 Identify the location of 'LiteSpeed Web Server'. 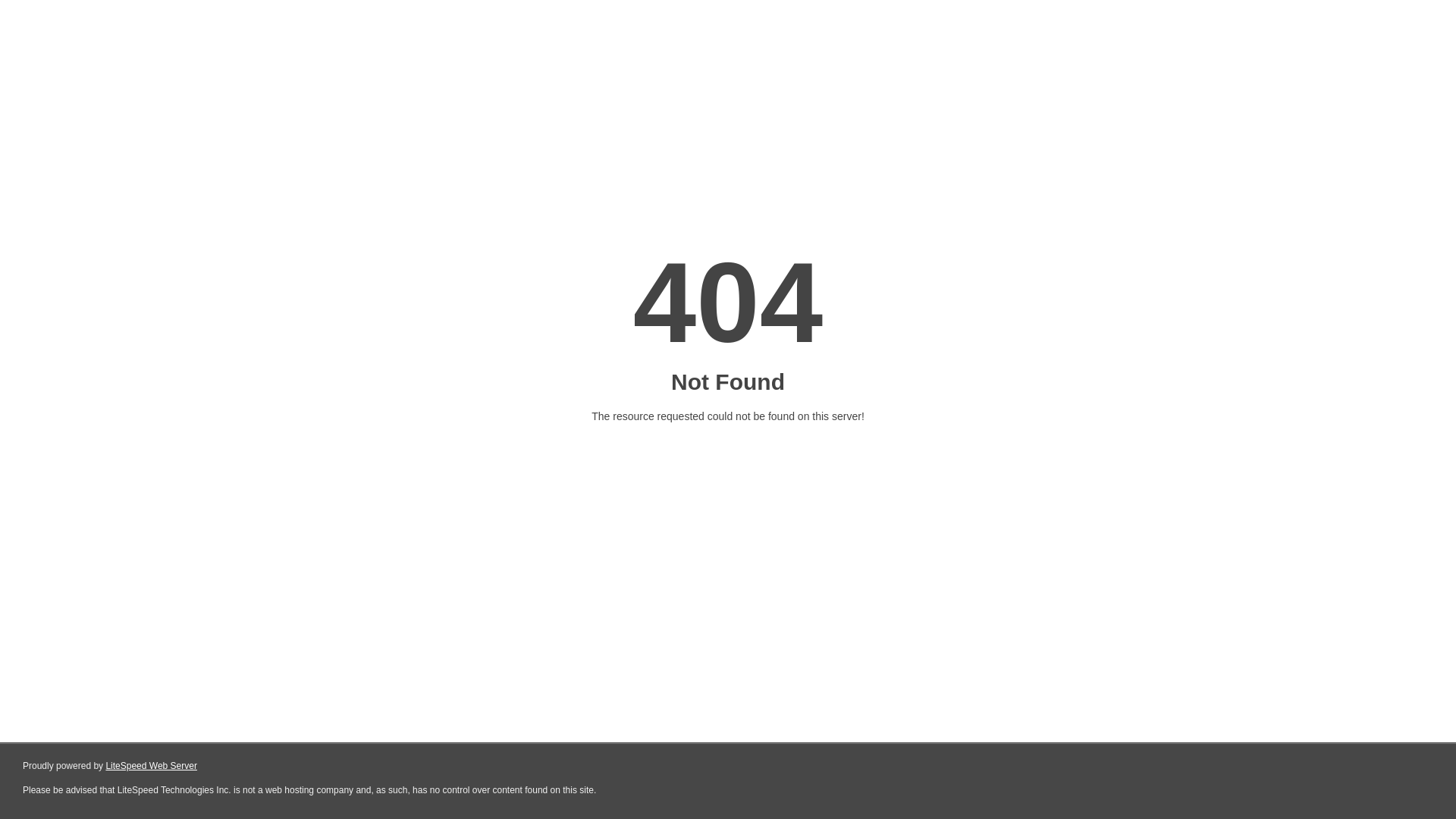
(151, 766).